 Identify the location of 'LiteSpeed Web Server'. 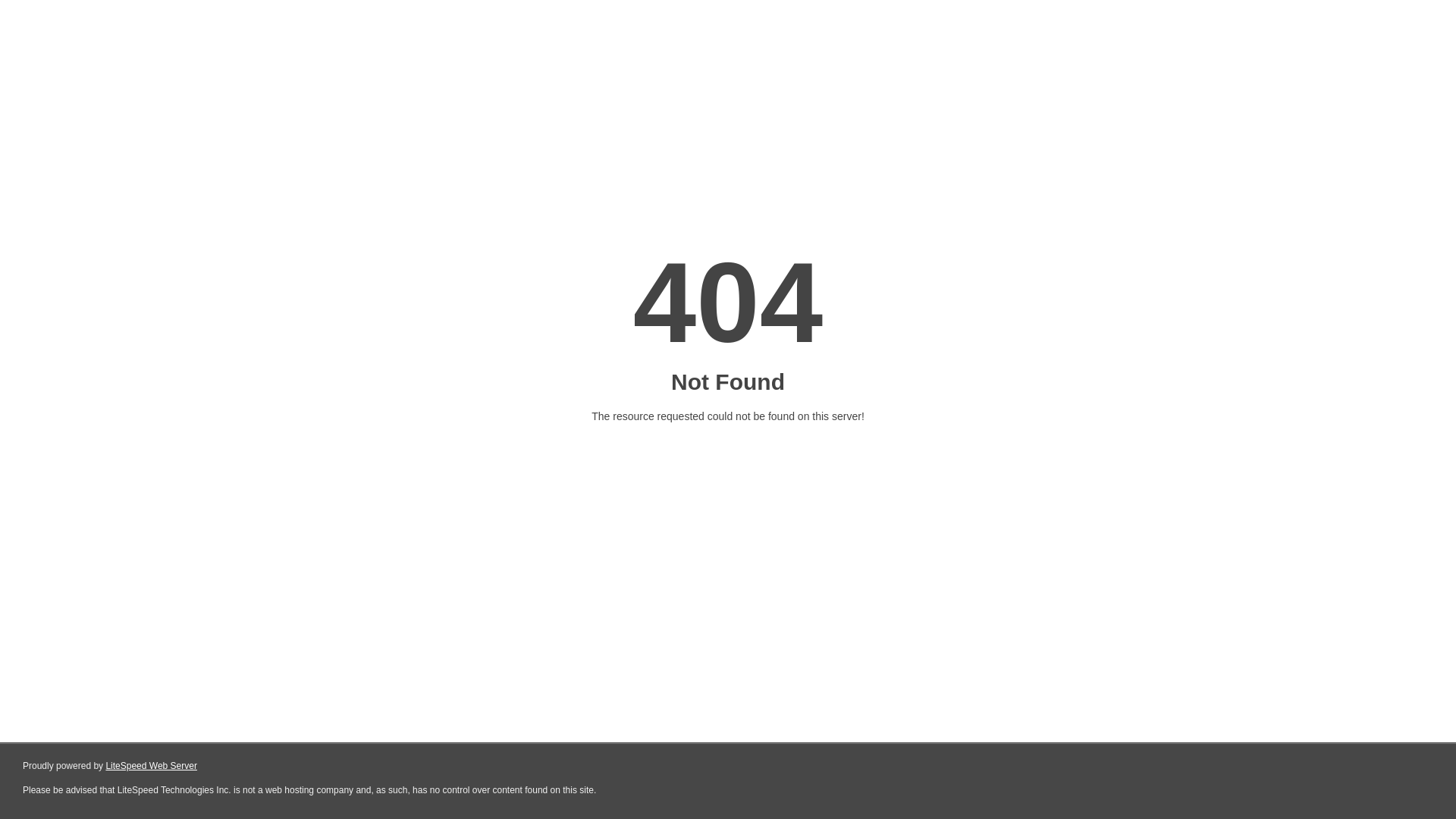
(151, 766).